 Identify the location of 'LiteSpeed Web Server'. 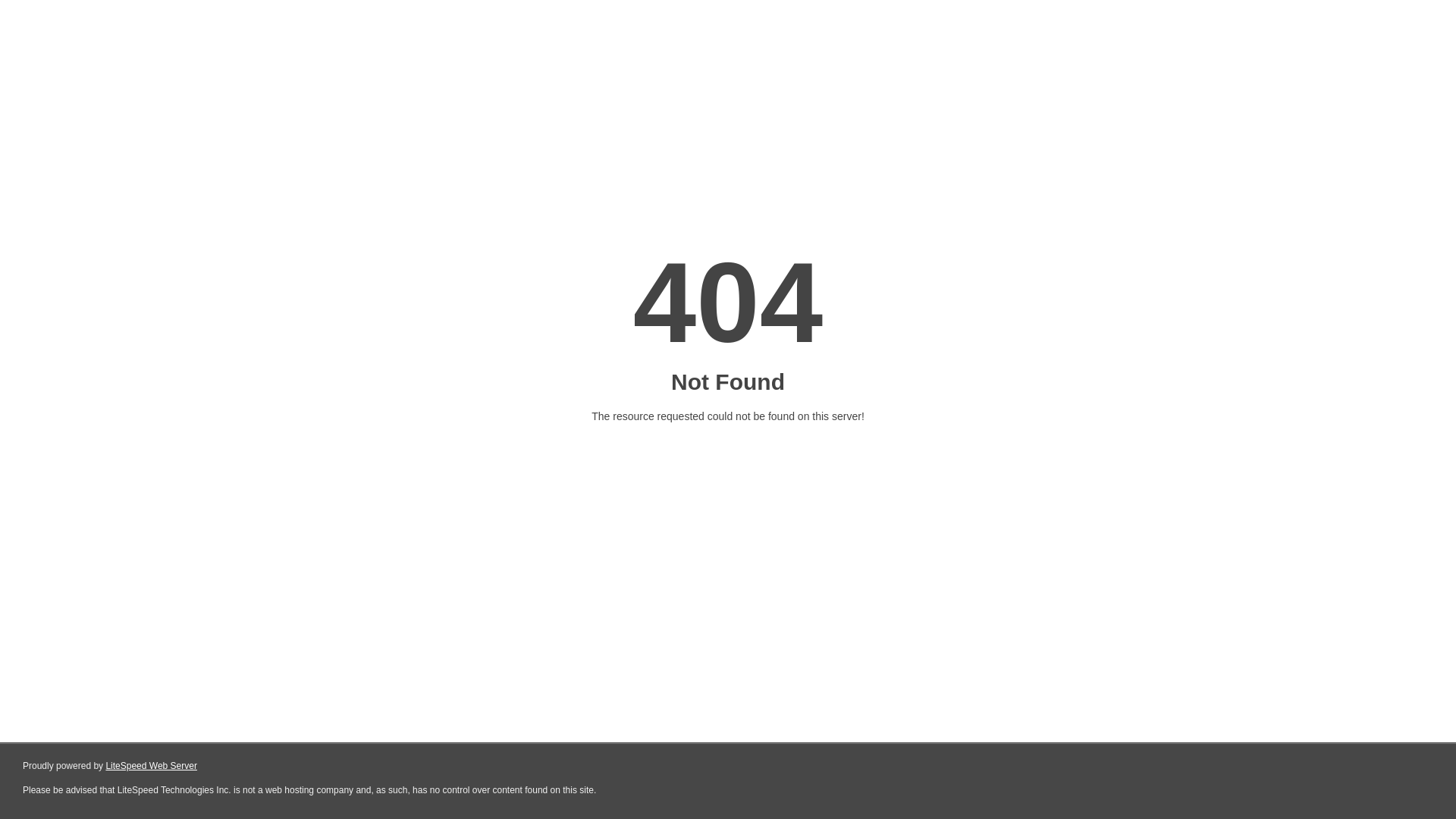
(151, 766).